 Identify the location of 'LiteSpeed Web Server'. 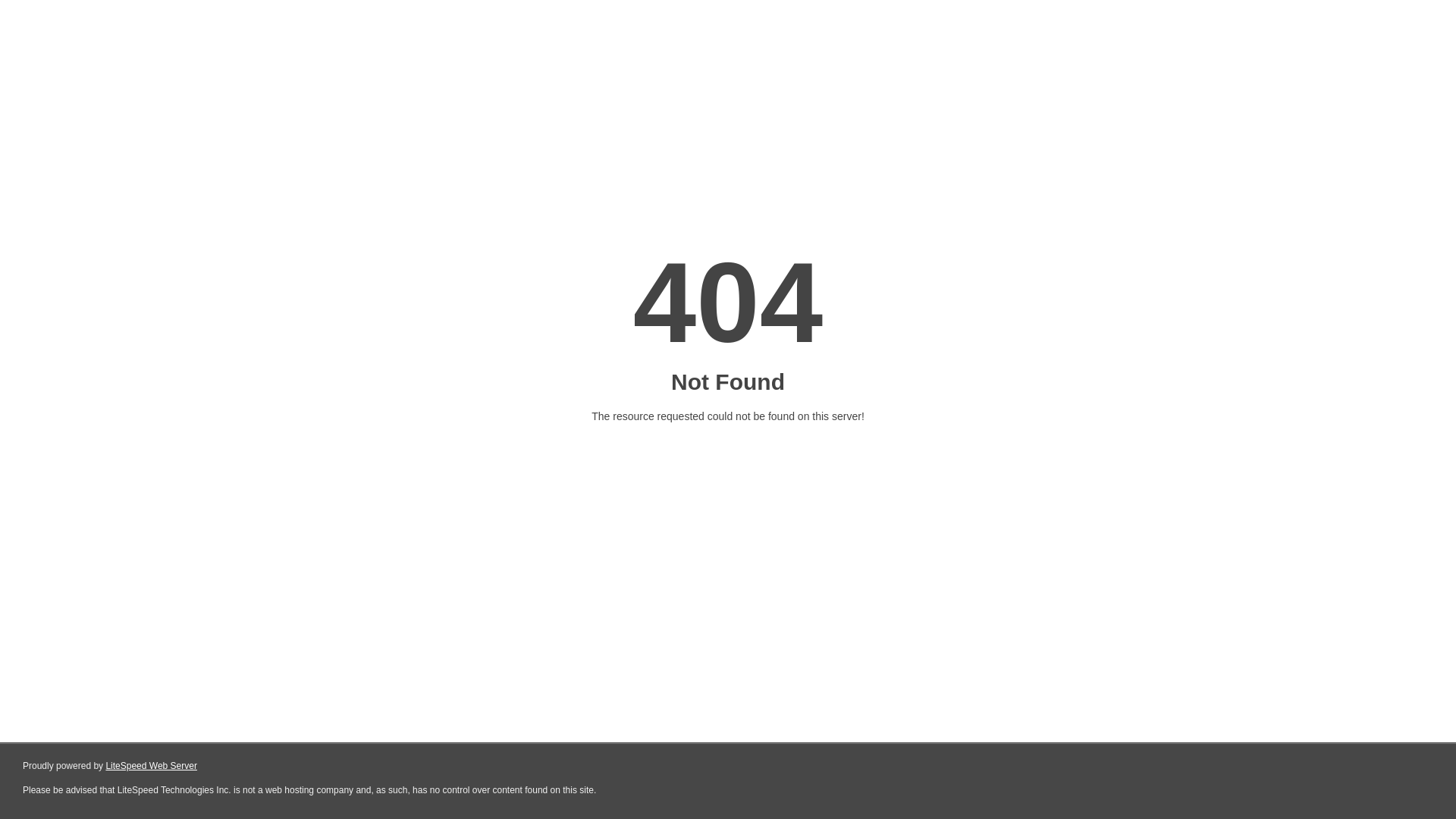
(151, 766).